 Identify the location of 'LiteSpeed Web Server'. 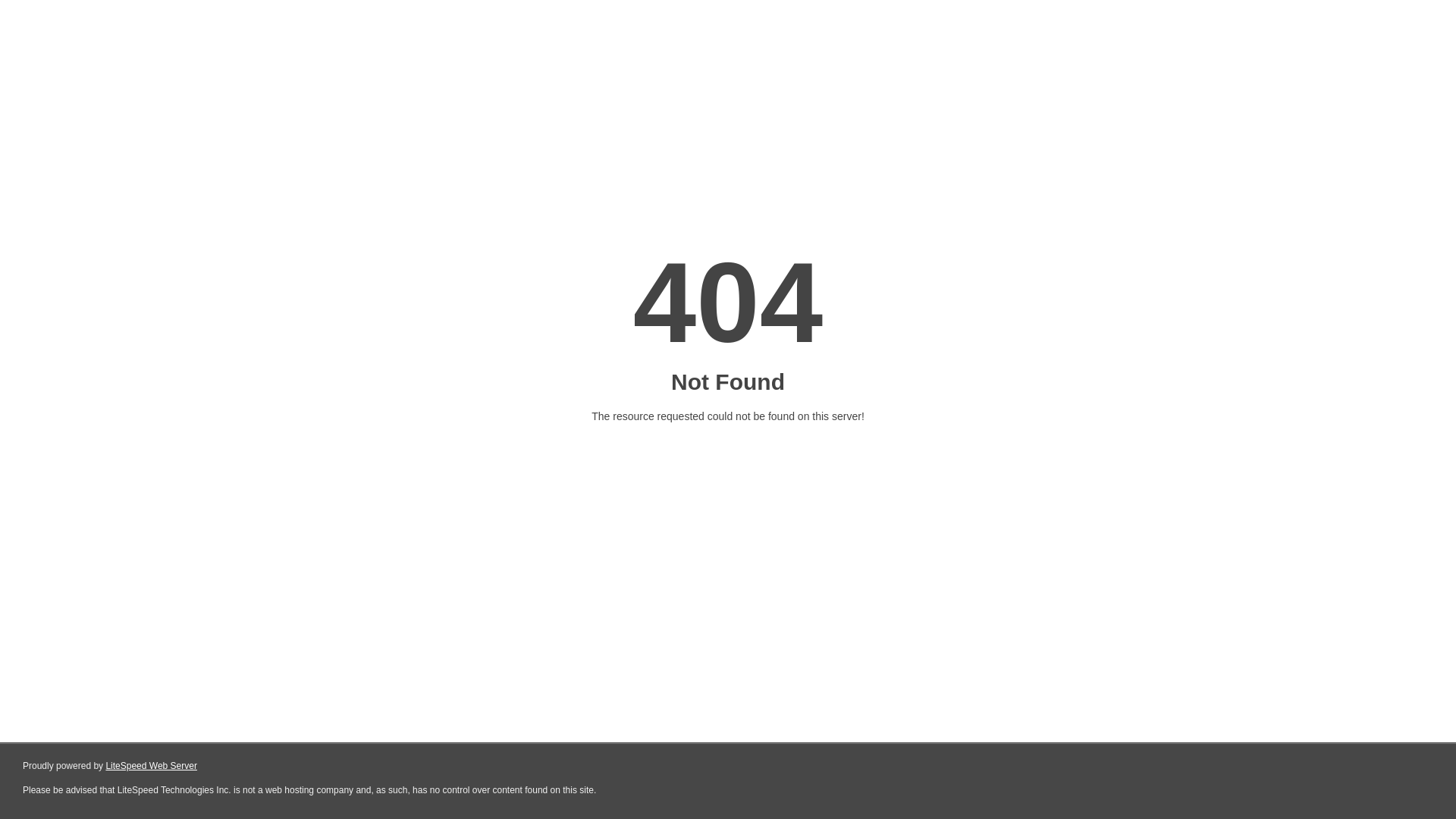
(151, 766).